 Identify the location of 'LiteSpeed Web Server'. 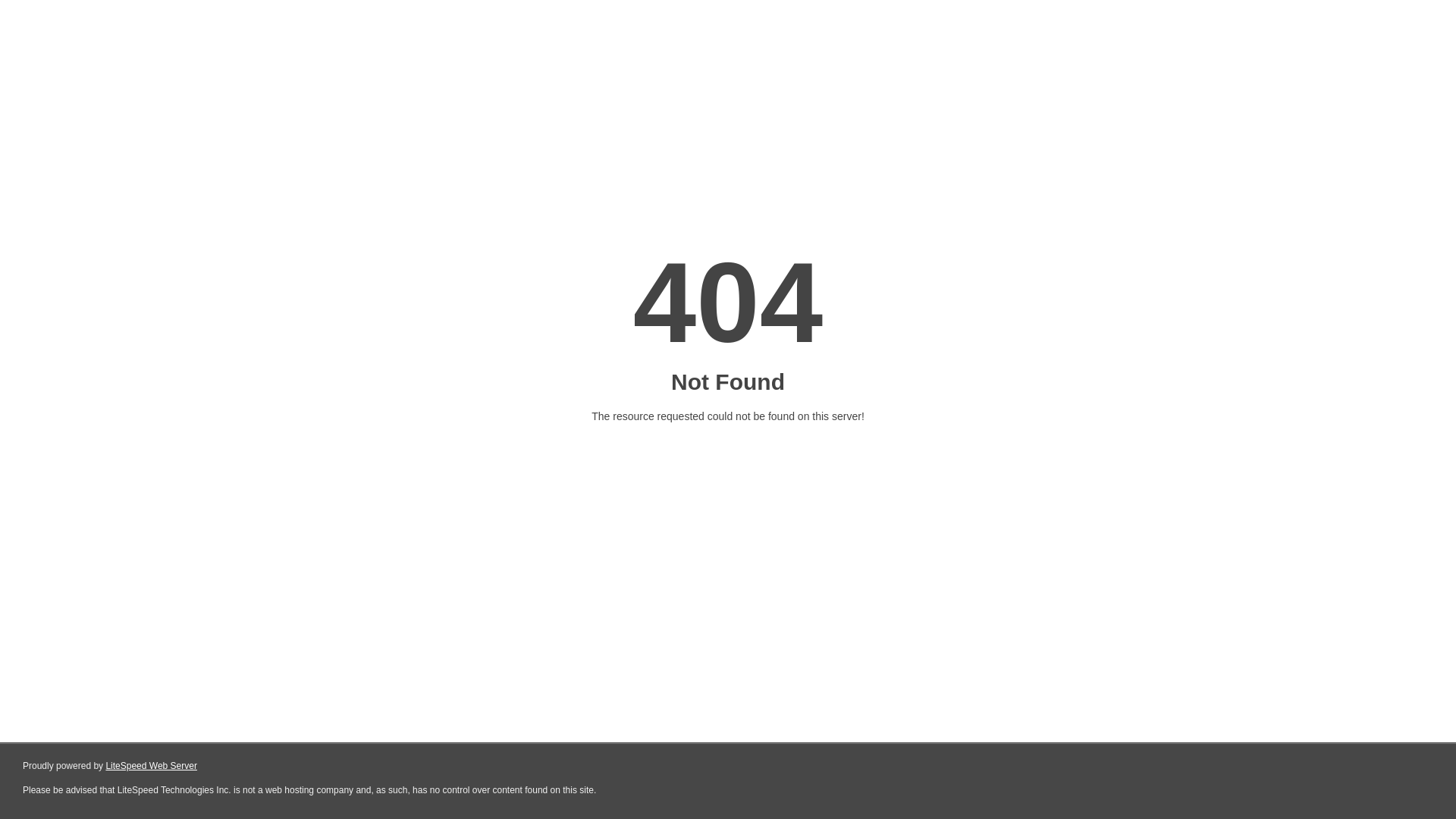
(151, 766).